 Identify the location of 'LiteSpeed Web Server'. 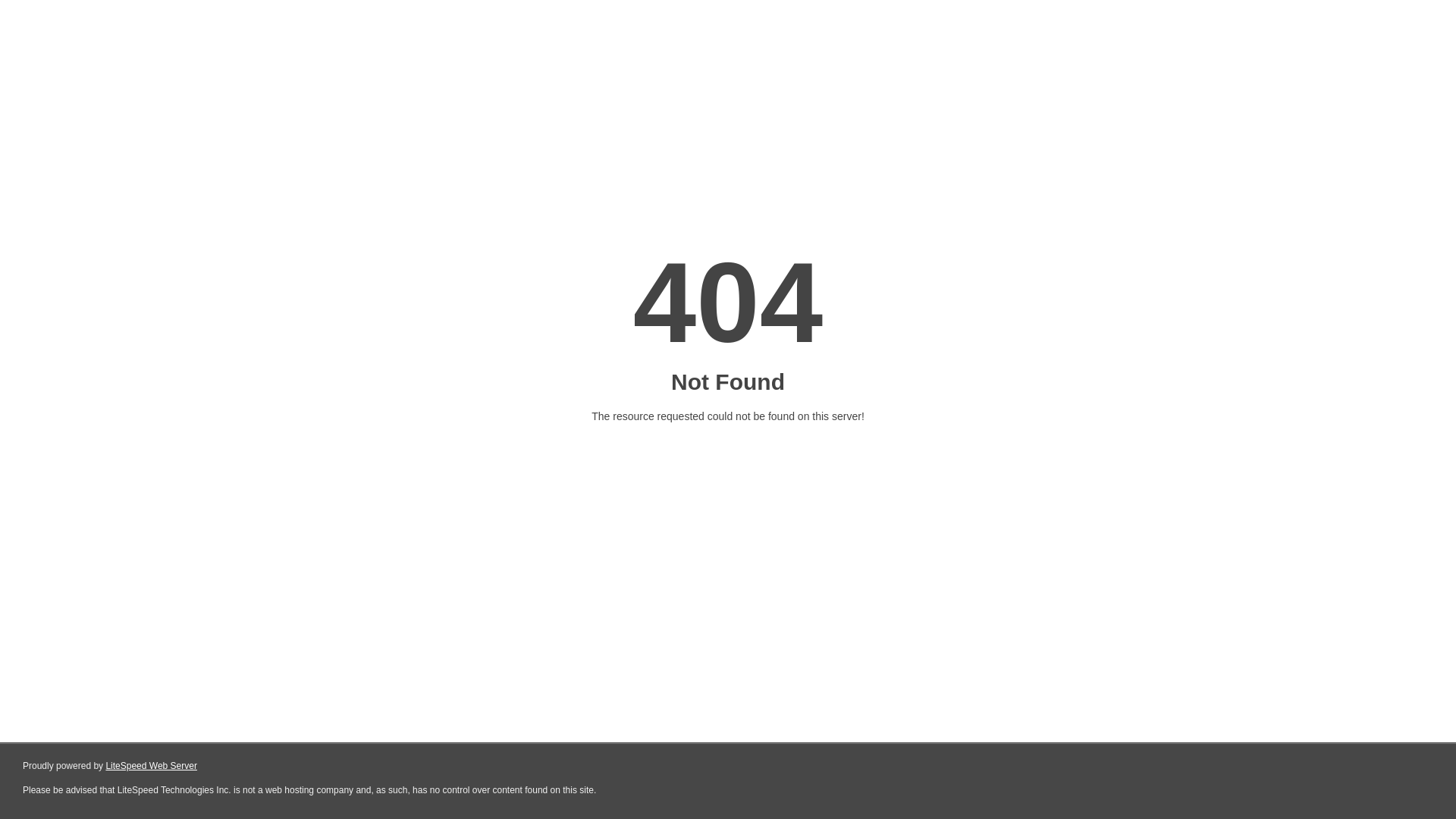
(151, 766).